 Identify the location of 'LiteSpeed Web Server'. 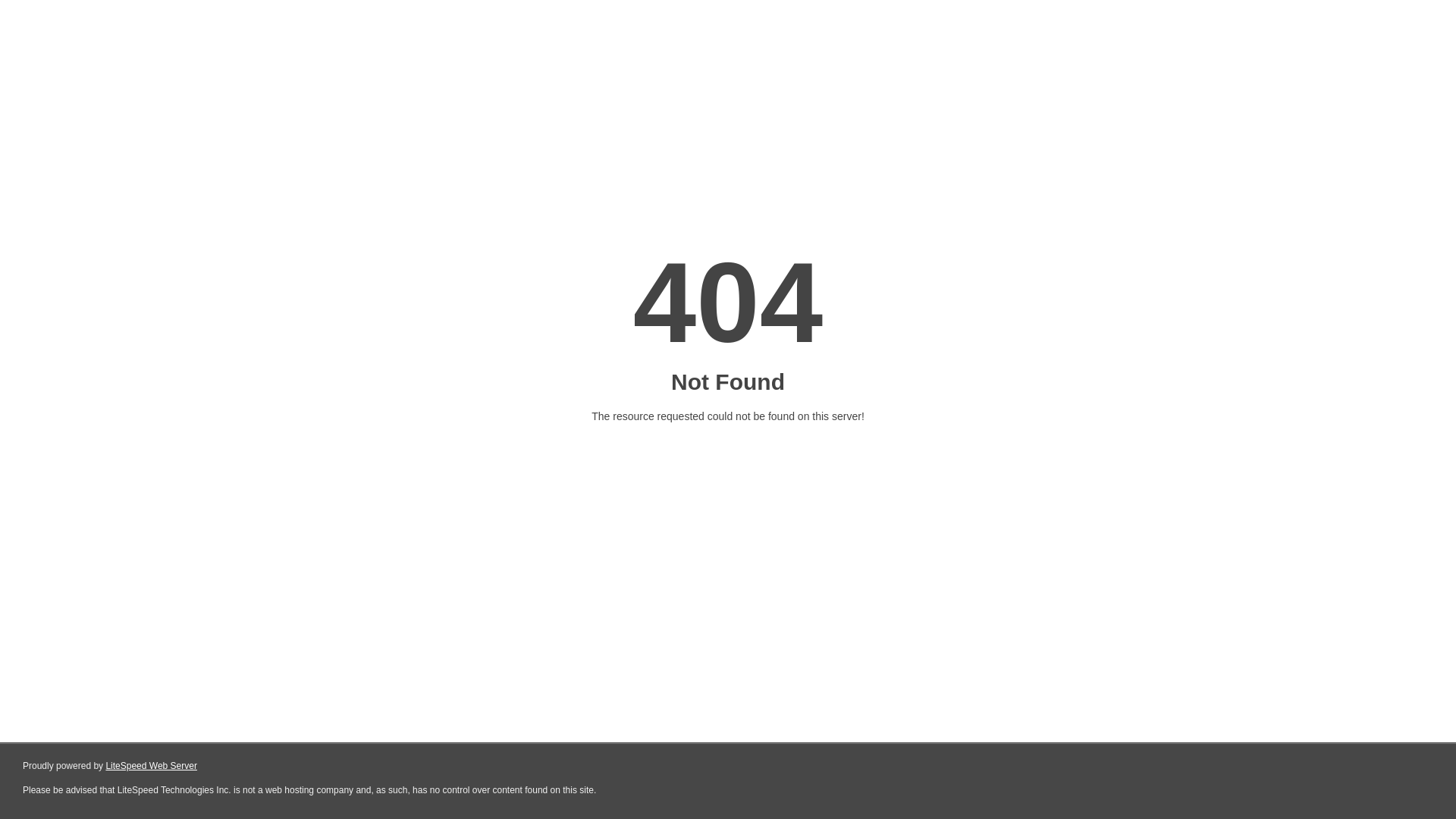
(151, 766).